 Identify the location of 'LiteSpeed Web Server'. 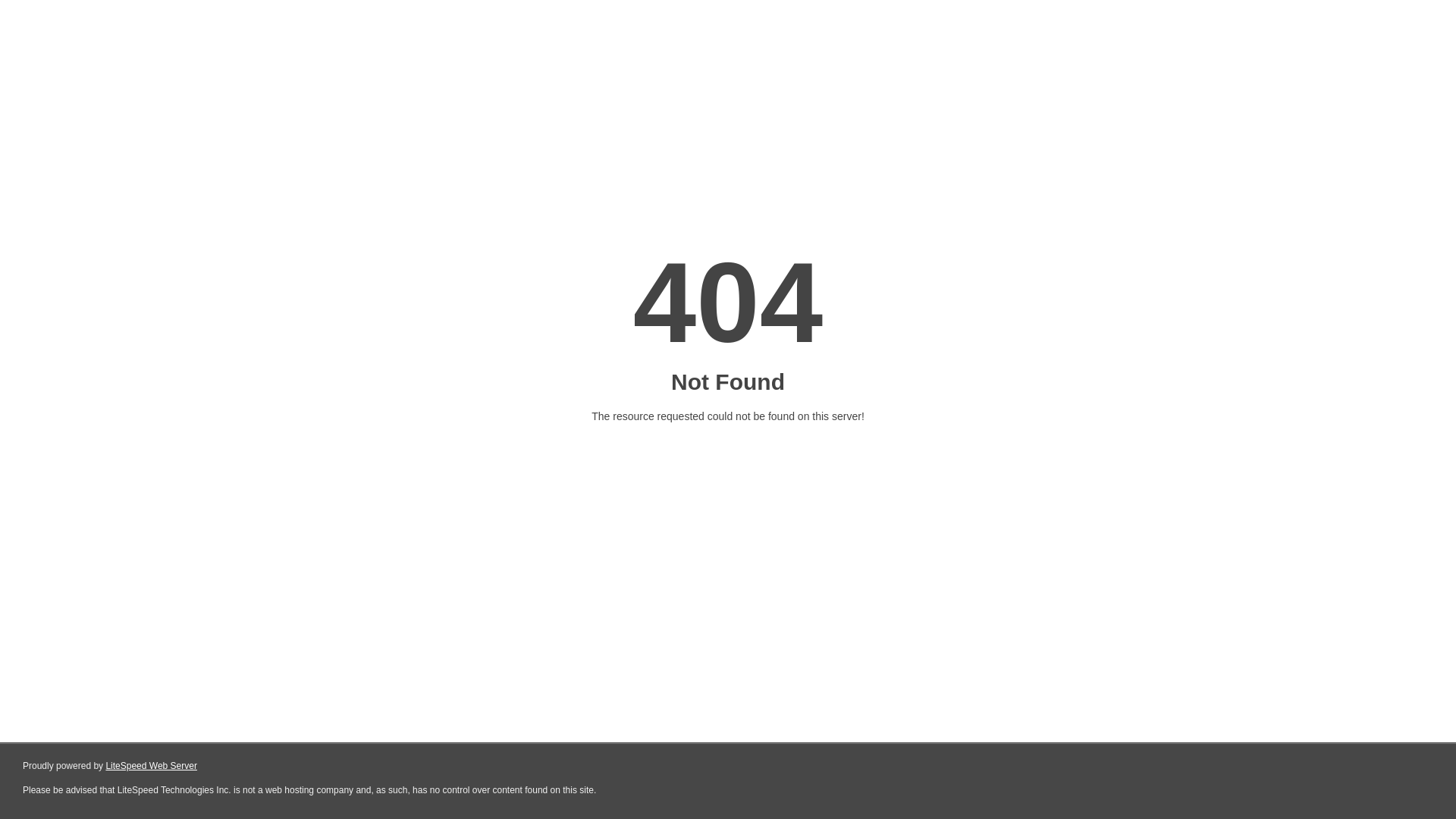
(151, 766).